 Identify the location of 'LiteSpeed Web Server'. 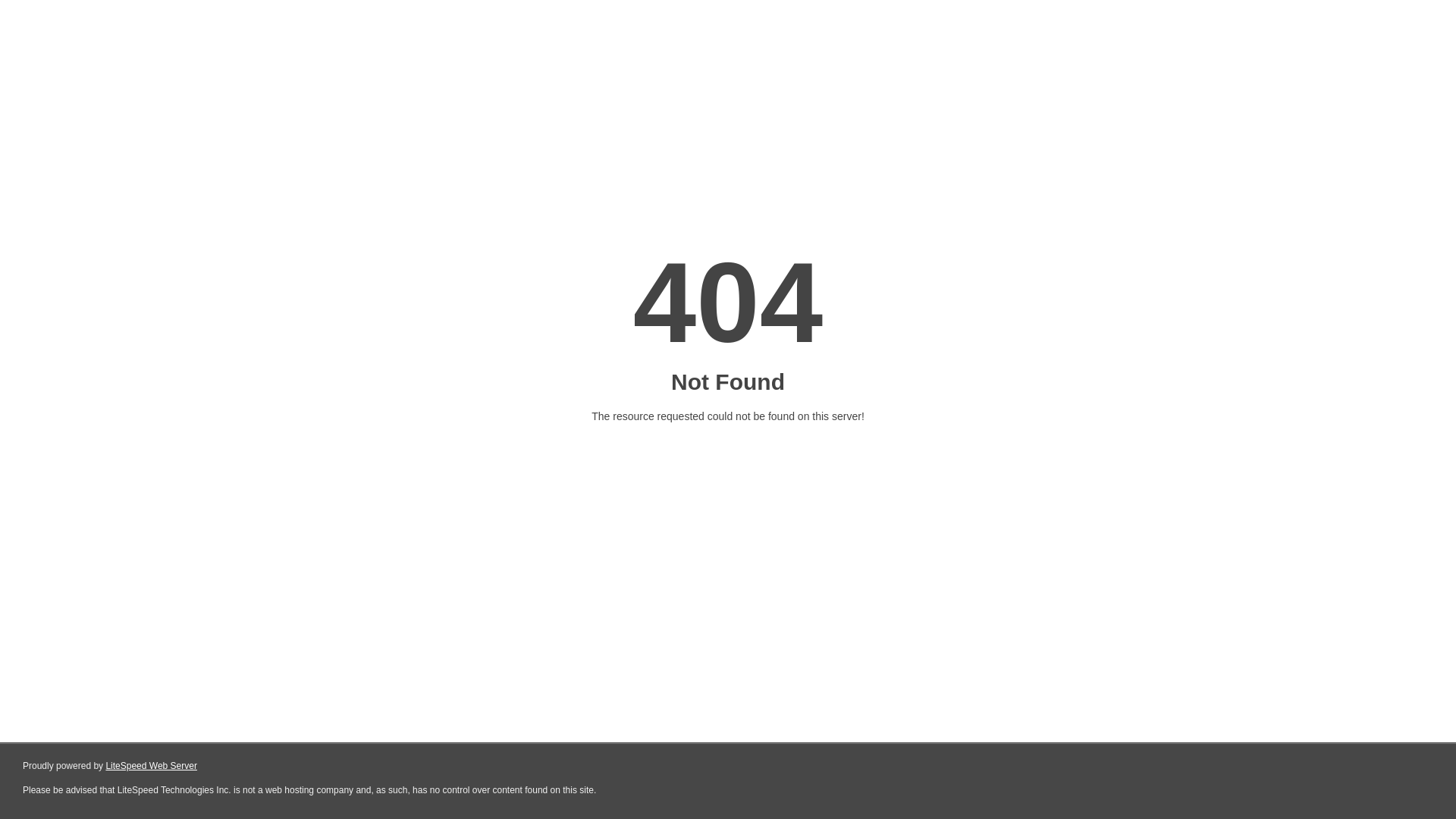
(151, 766).